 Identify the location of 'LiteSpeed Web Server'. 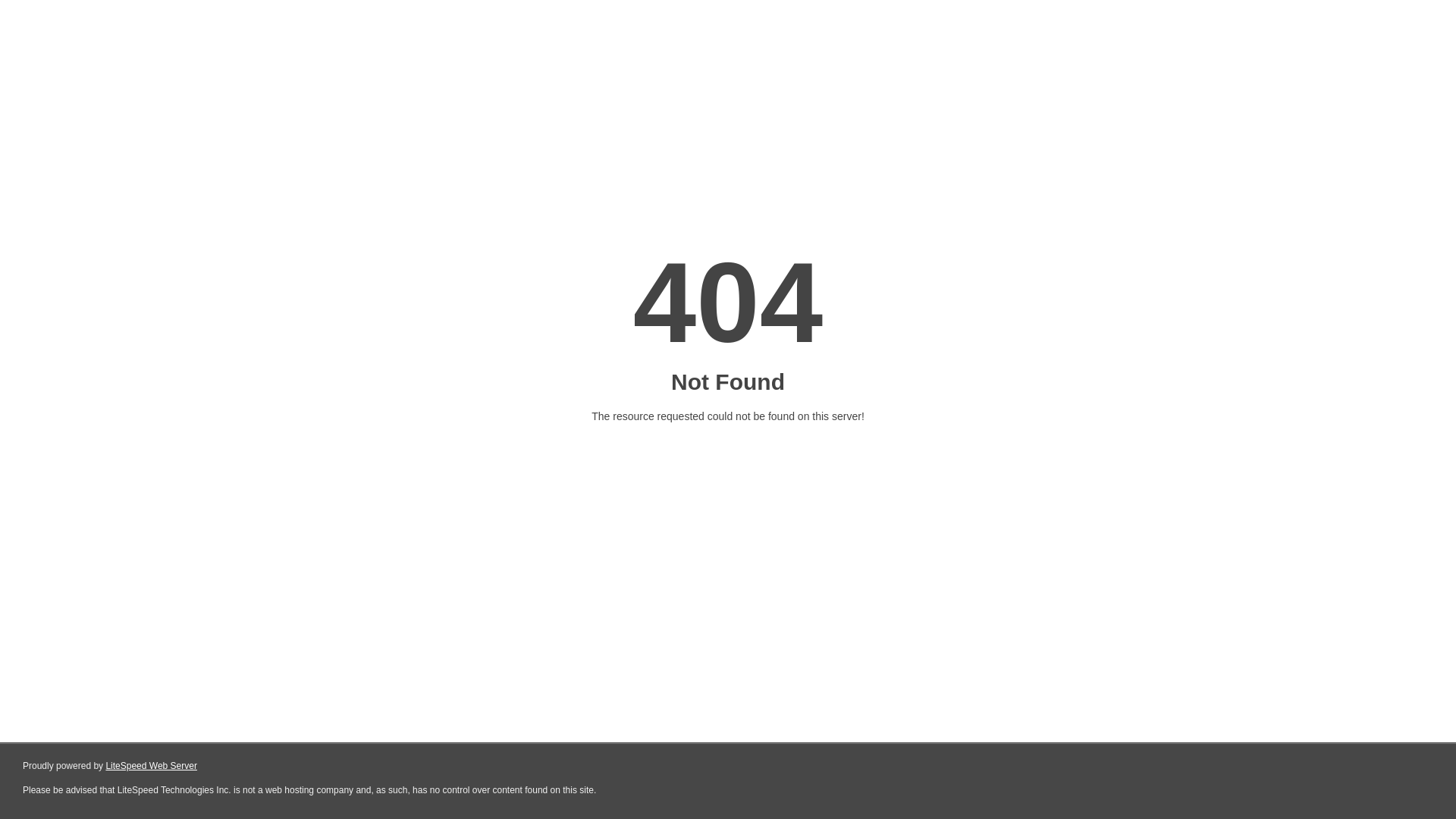
(151, 766).